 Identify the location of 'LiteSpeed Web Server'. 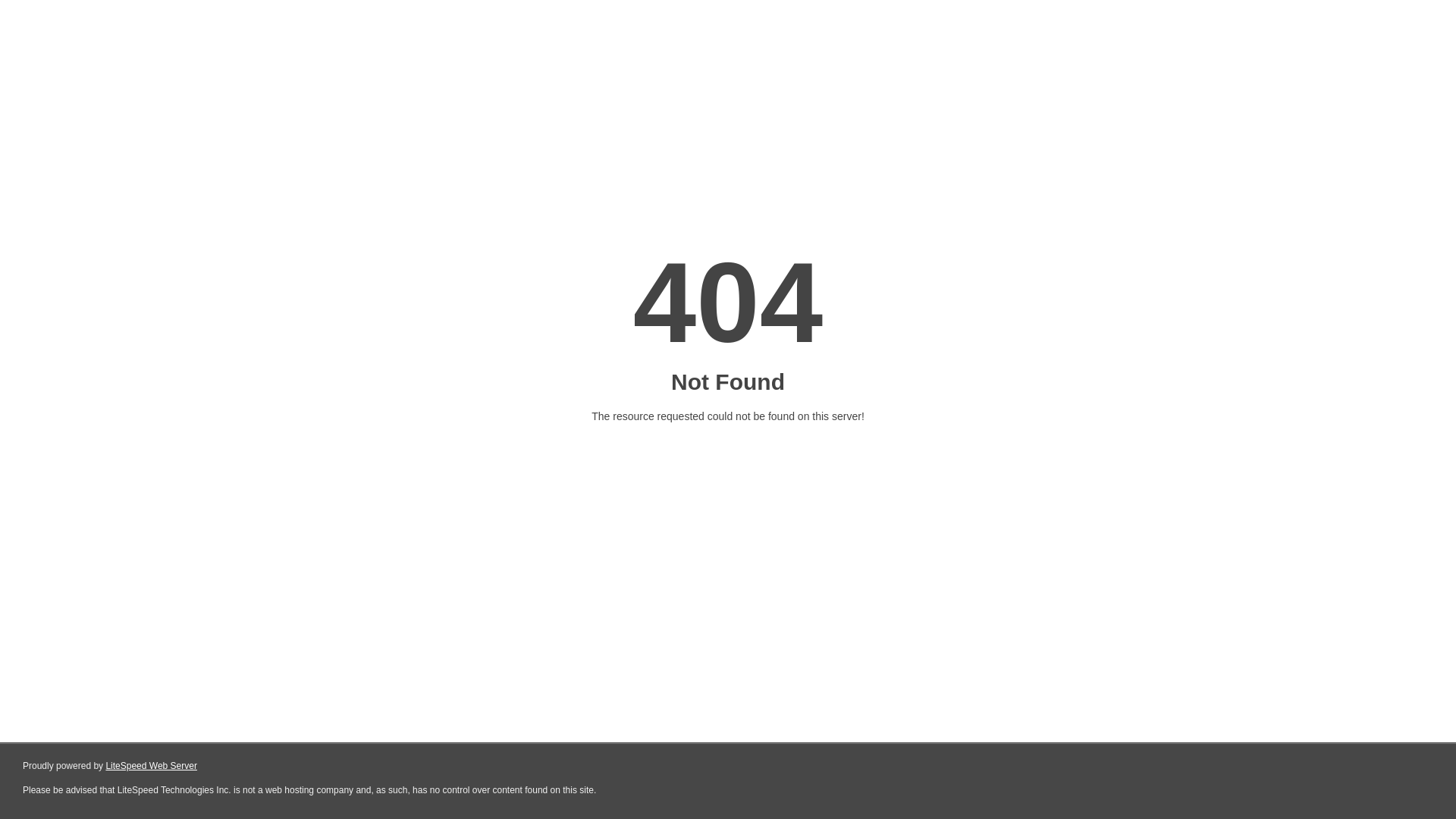
(151, 766).